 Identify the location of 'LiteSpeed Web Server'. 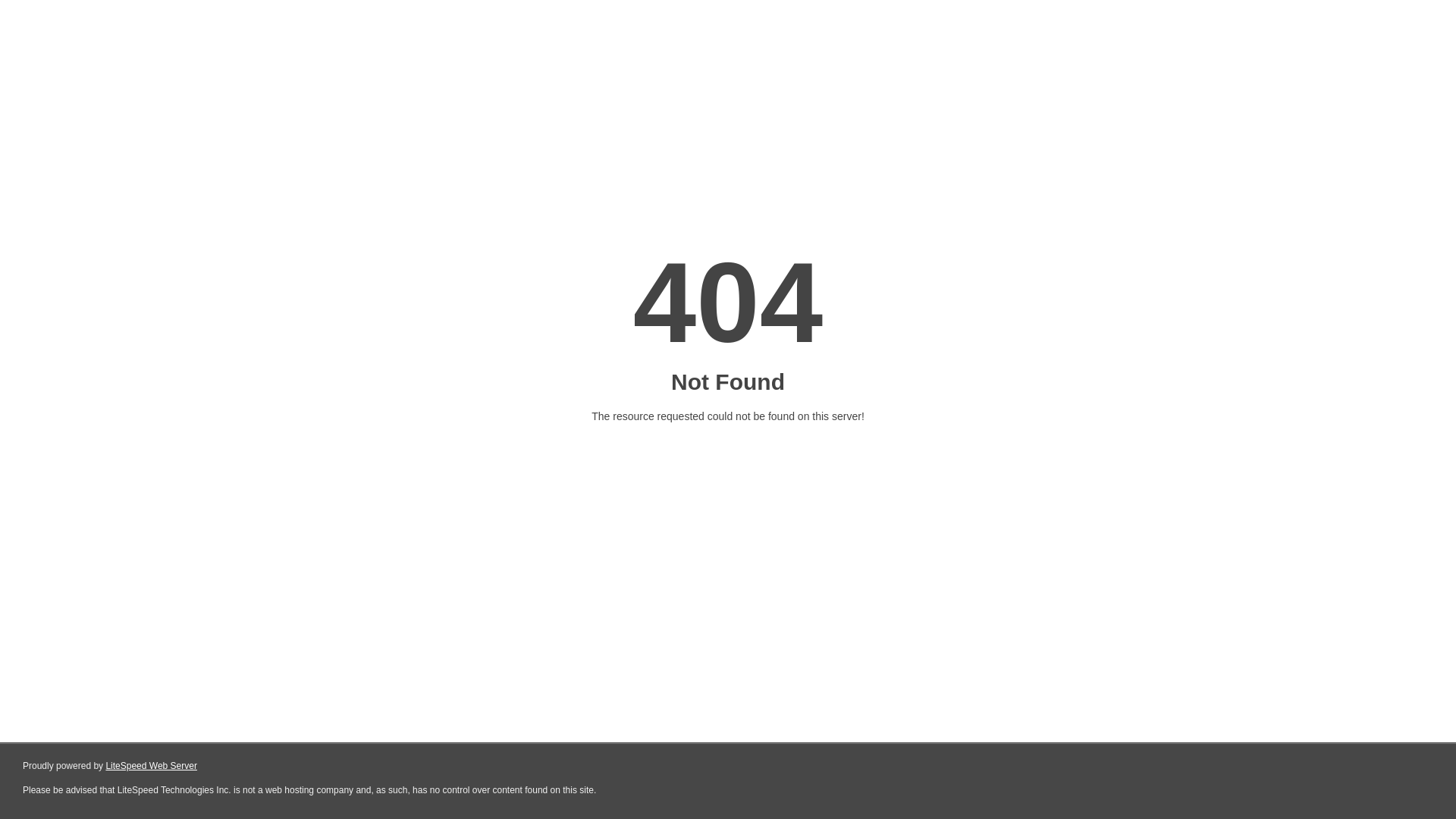
(151, 766).